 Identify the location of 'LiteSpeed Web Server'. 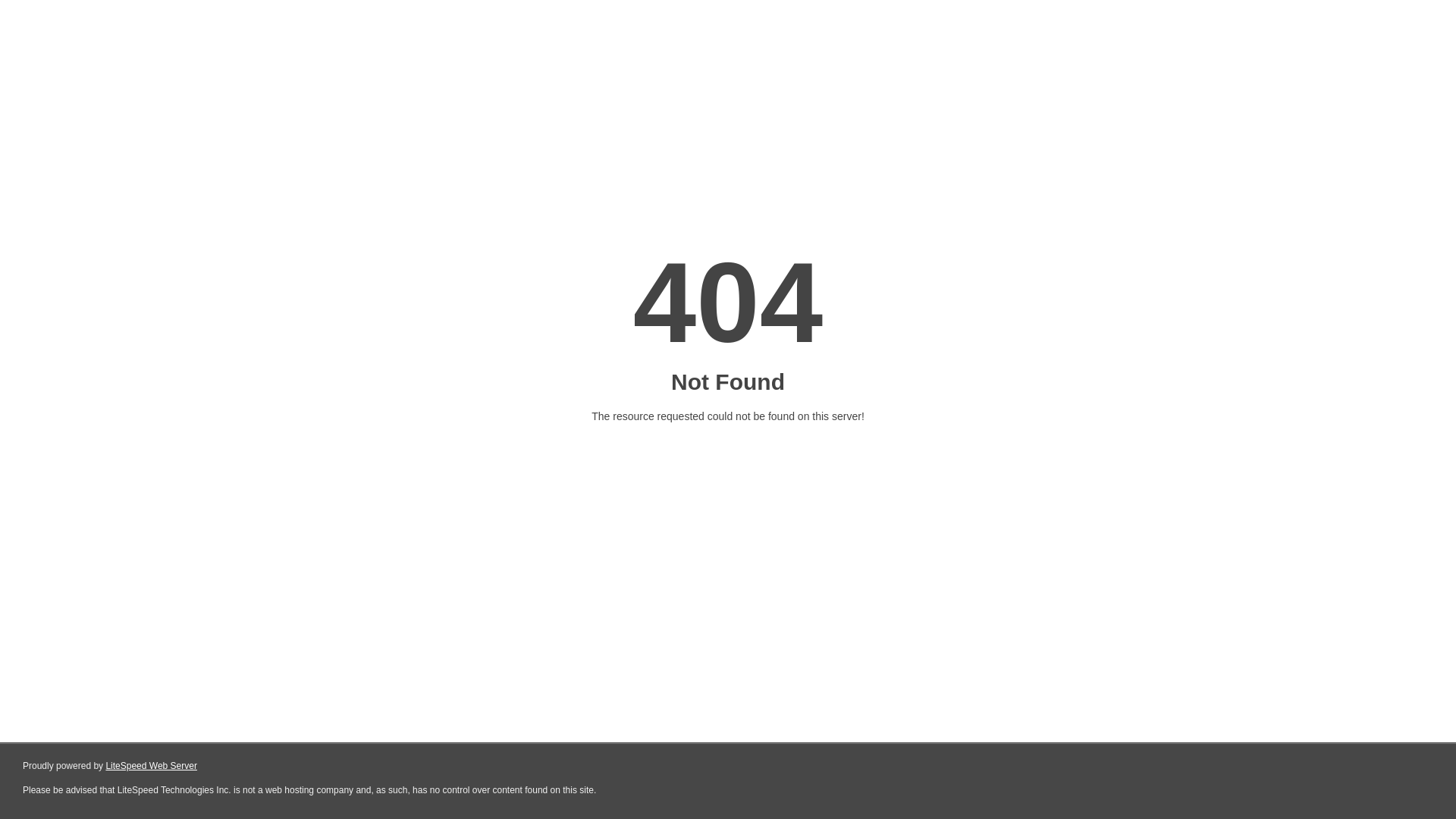
(151, 766).